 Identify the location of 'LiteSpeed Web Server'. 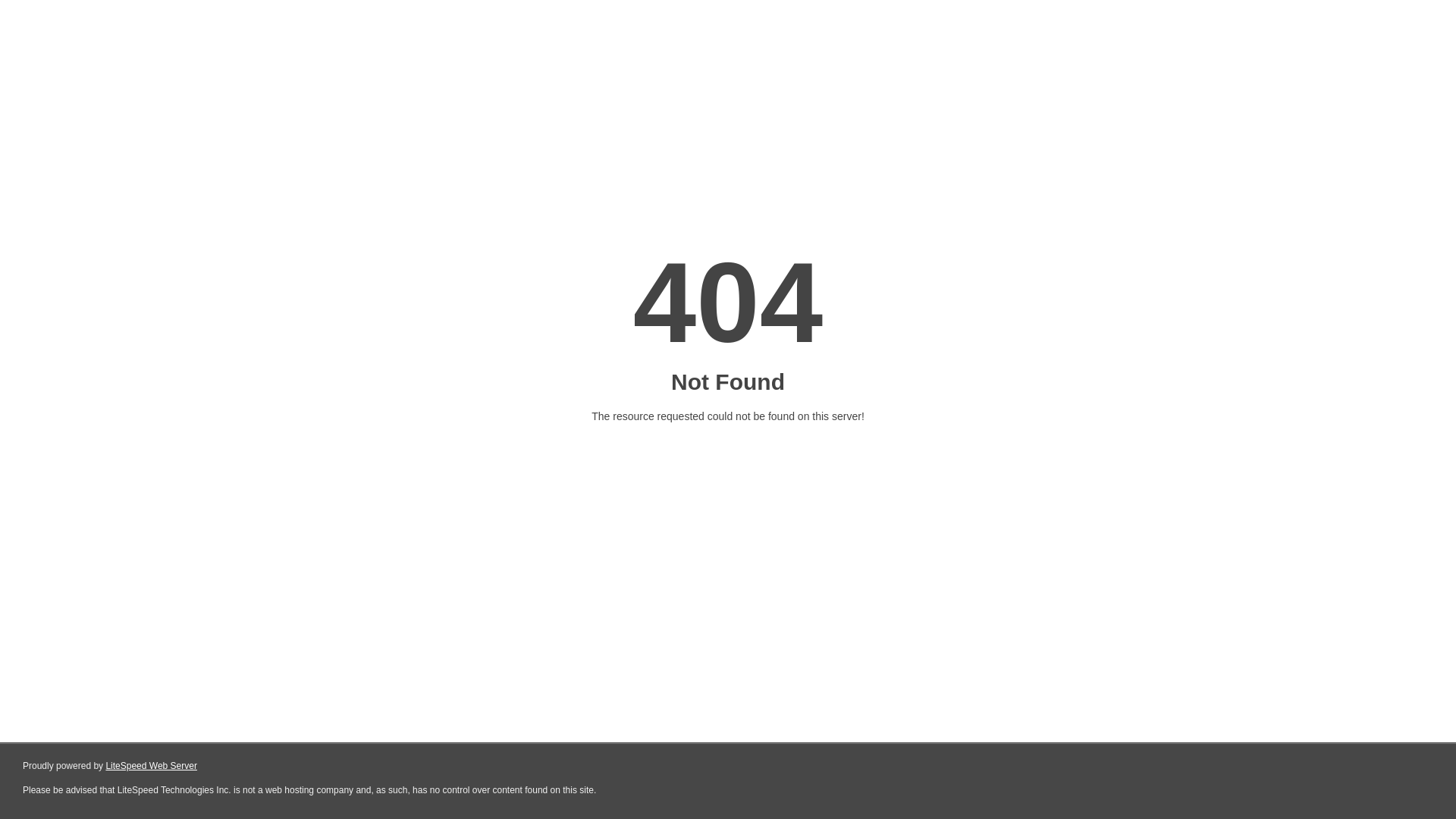
(151, 766).